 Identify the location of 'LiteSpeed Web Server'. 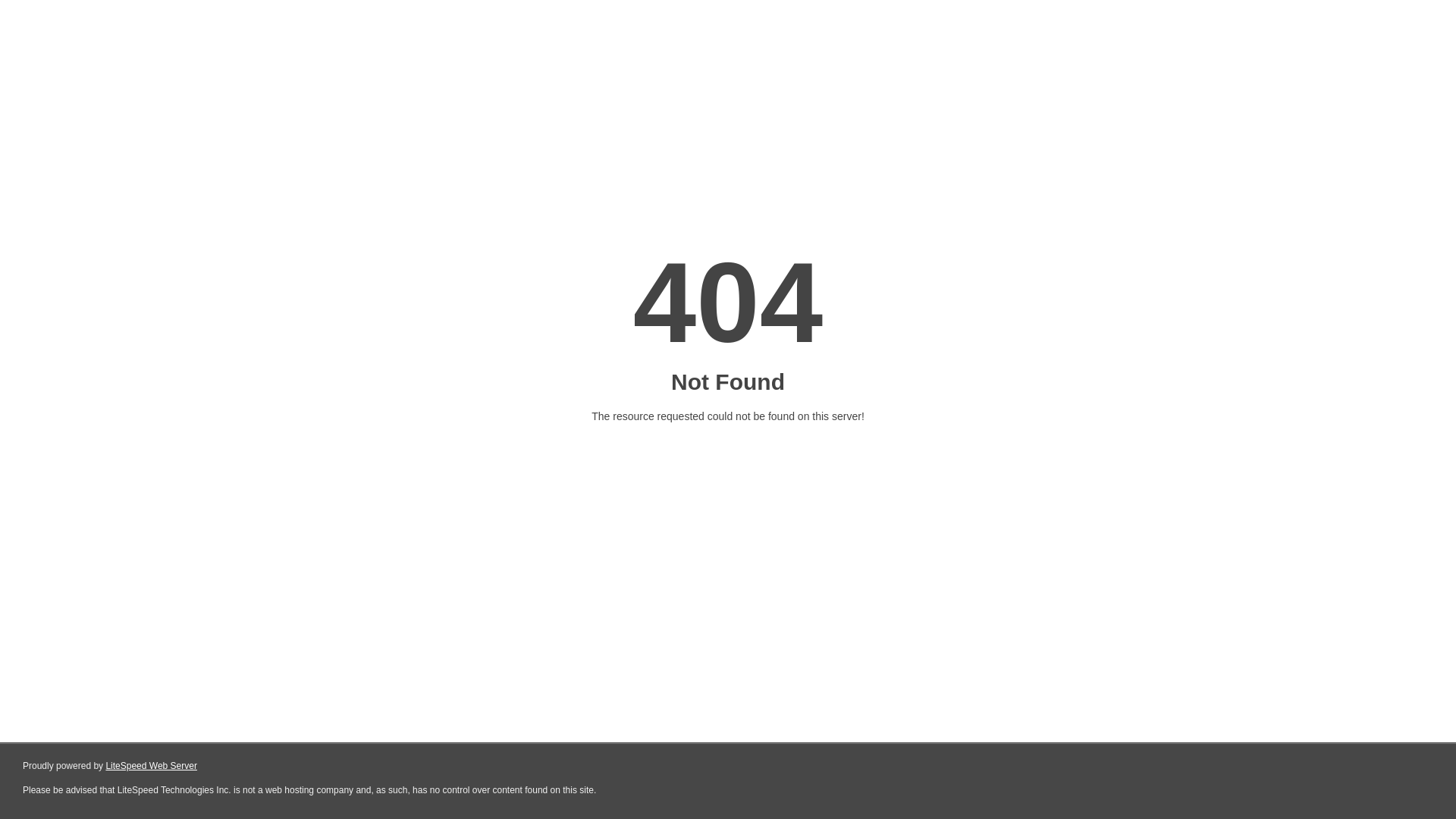
(151, 766).